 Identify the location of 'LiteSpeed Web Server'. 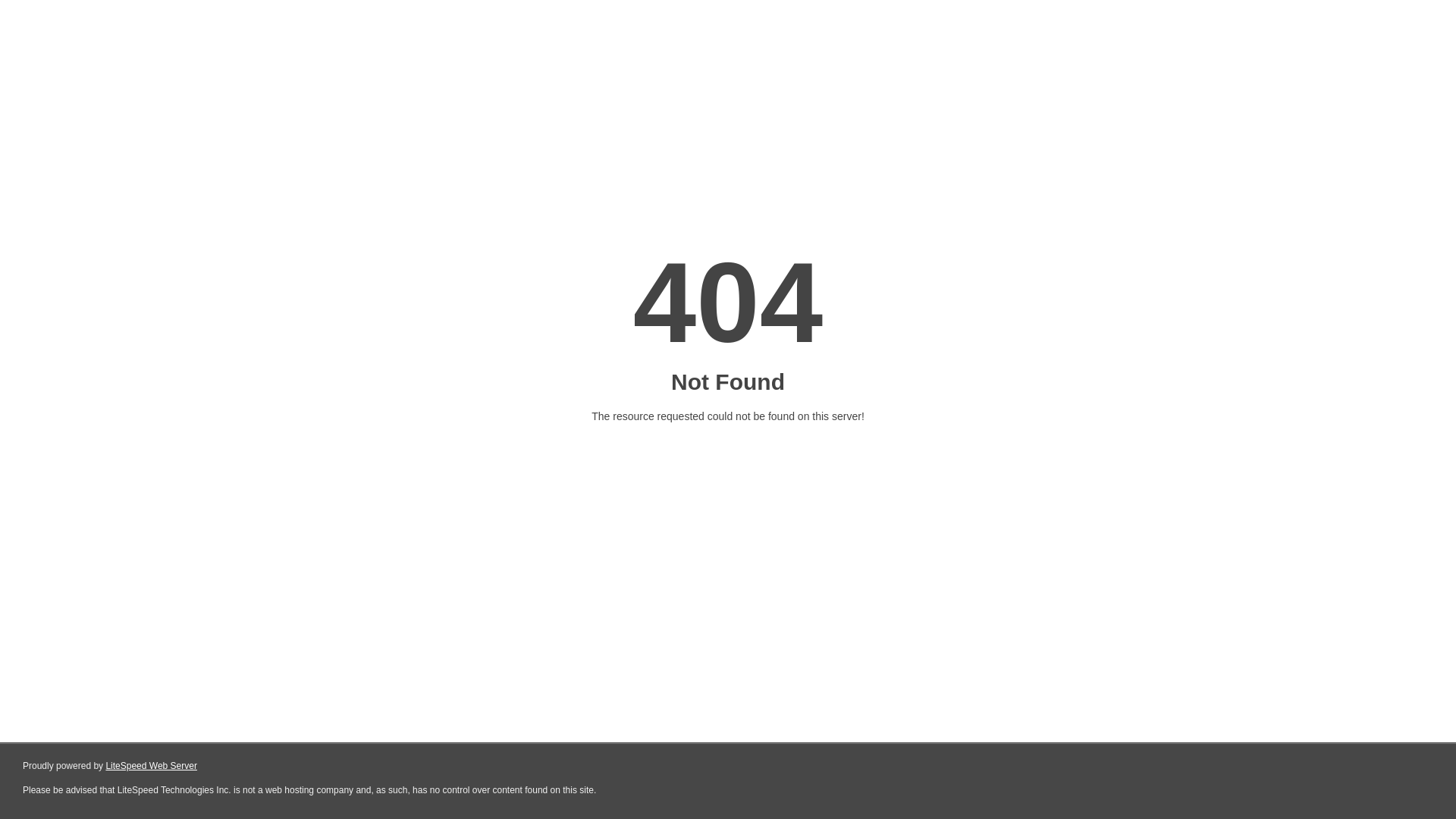
(151, 766).